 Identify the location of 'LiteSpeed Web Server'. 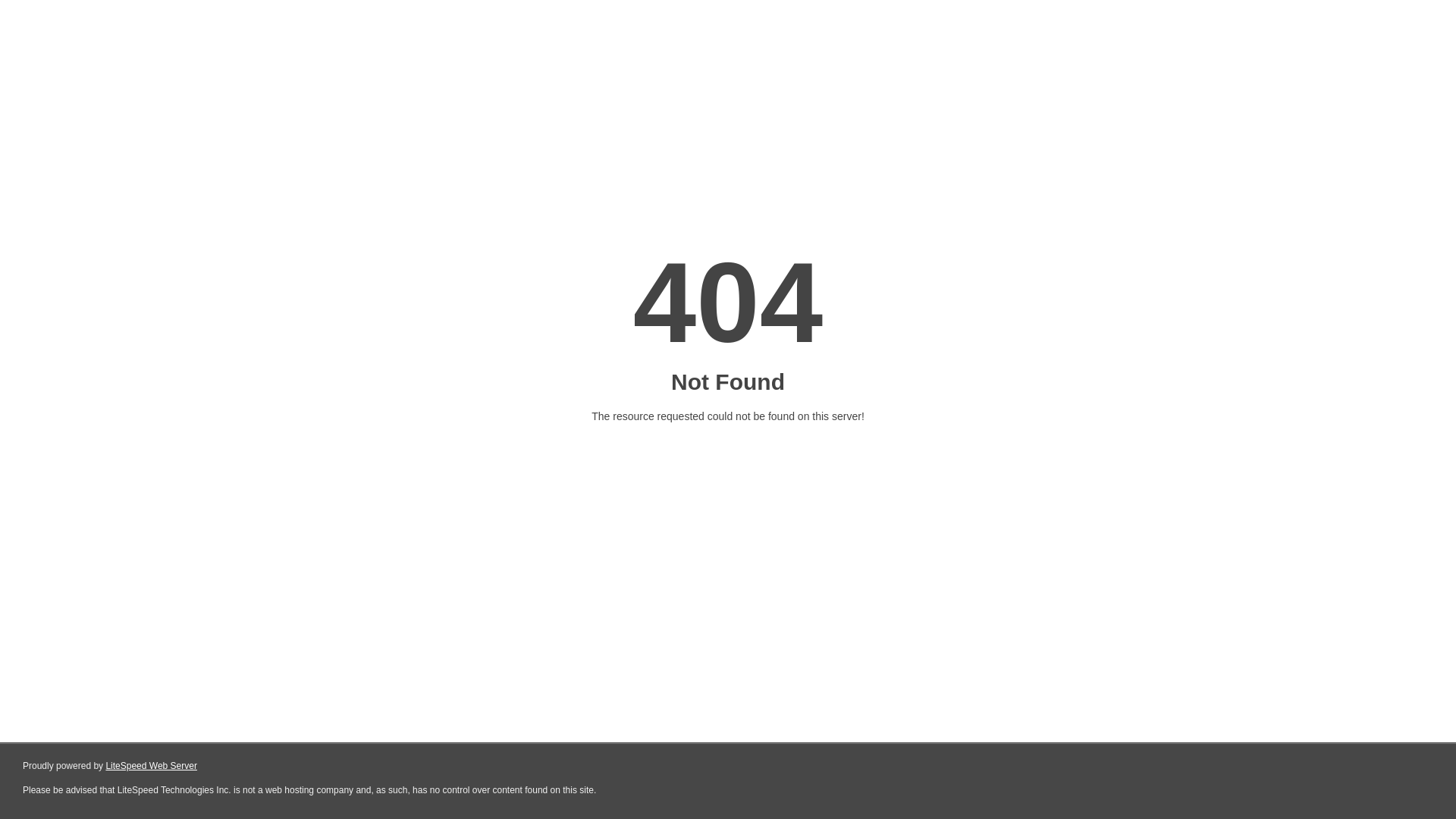
(151, 766).